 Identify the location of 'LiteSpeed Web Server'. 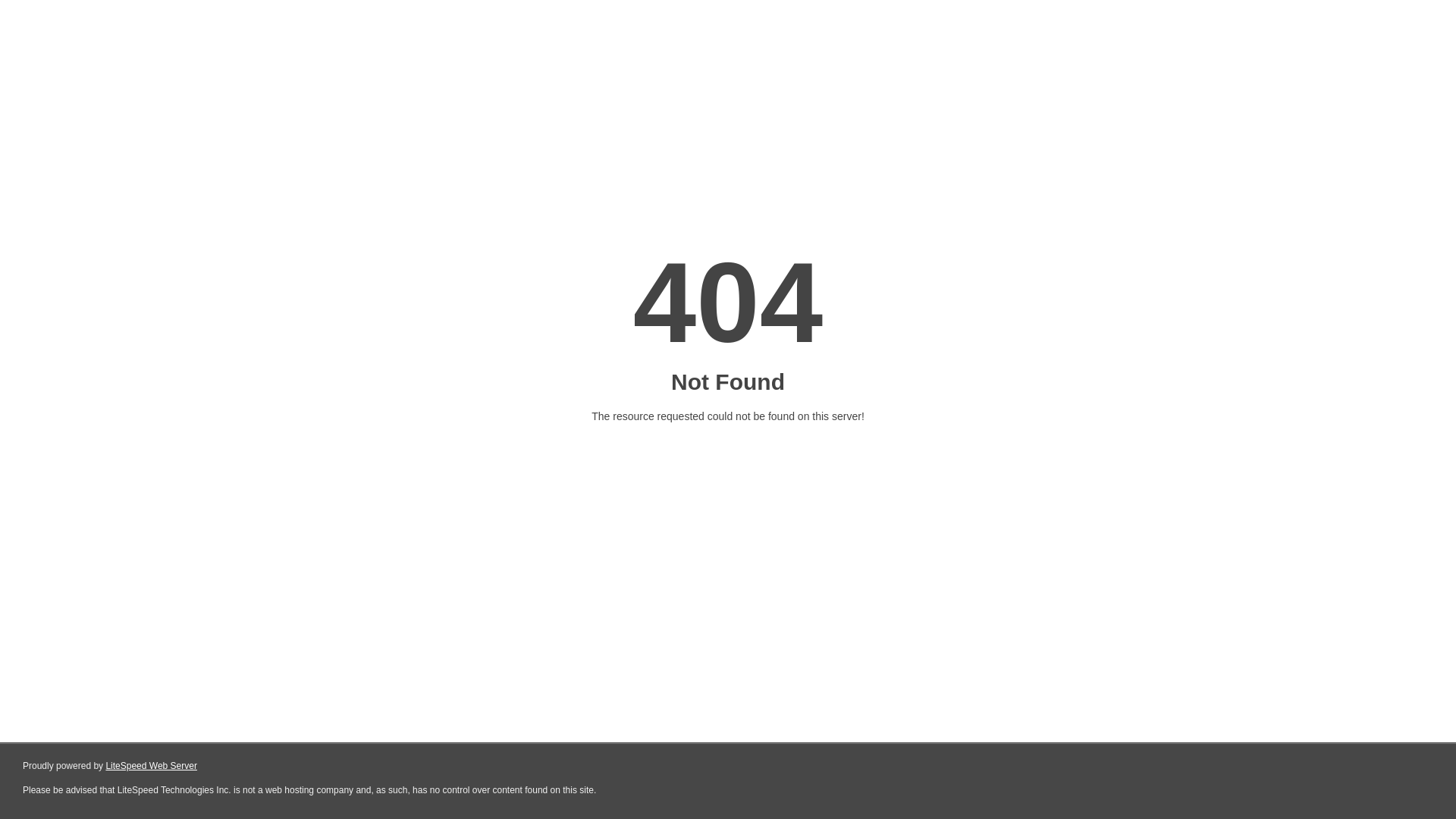
(151, 766).